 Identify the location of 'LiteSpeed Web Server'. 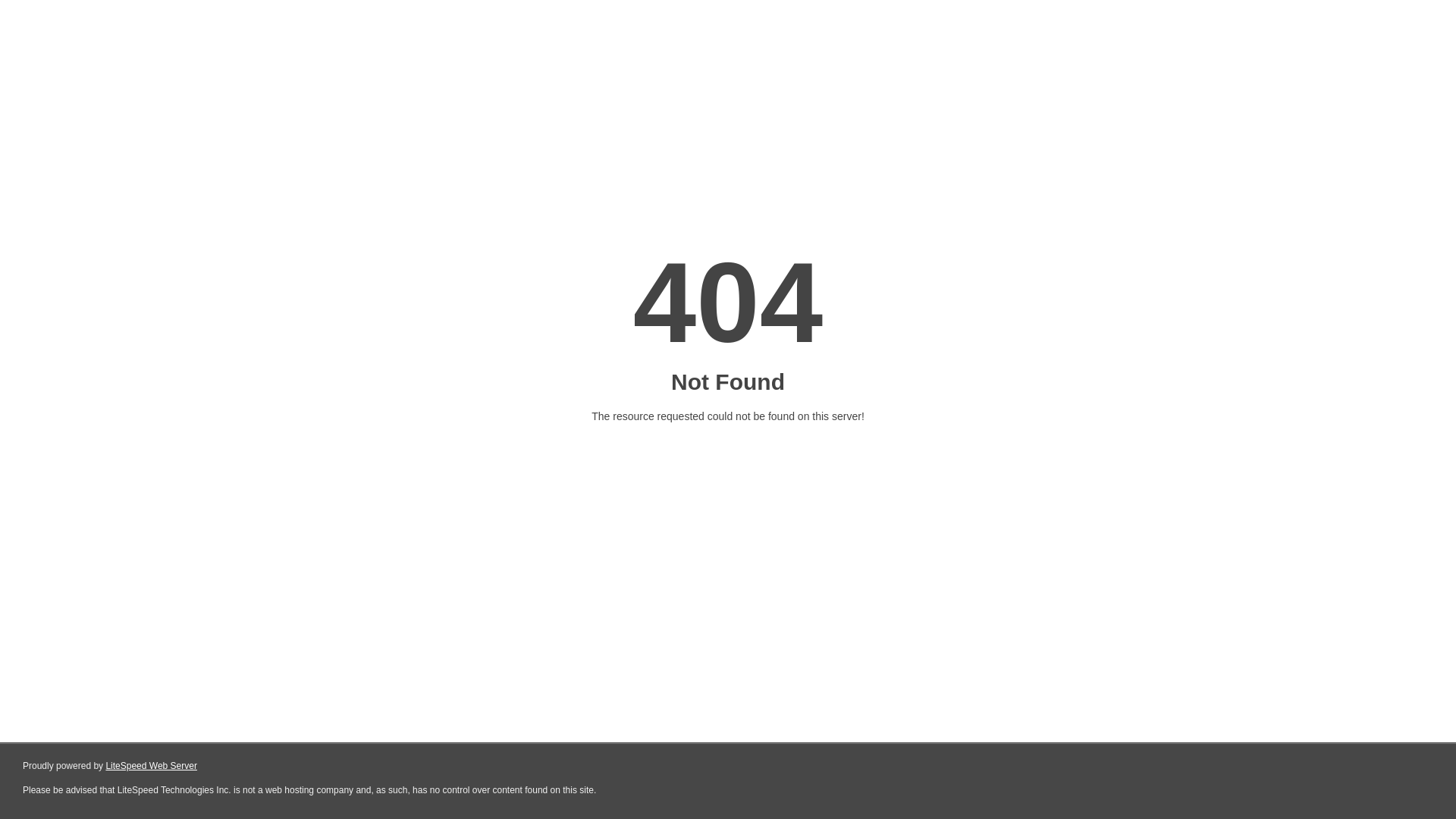
(151, 766).